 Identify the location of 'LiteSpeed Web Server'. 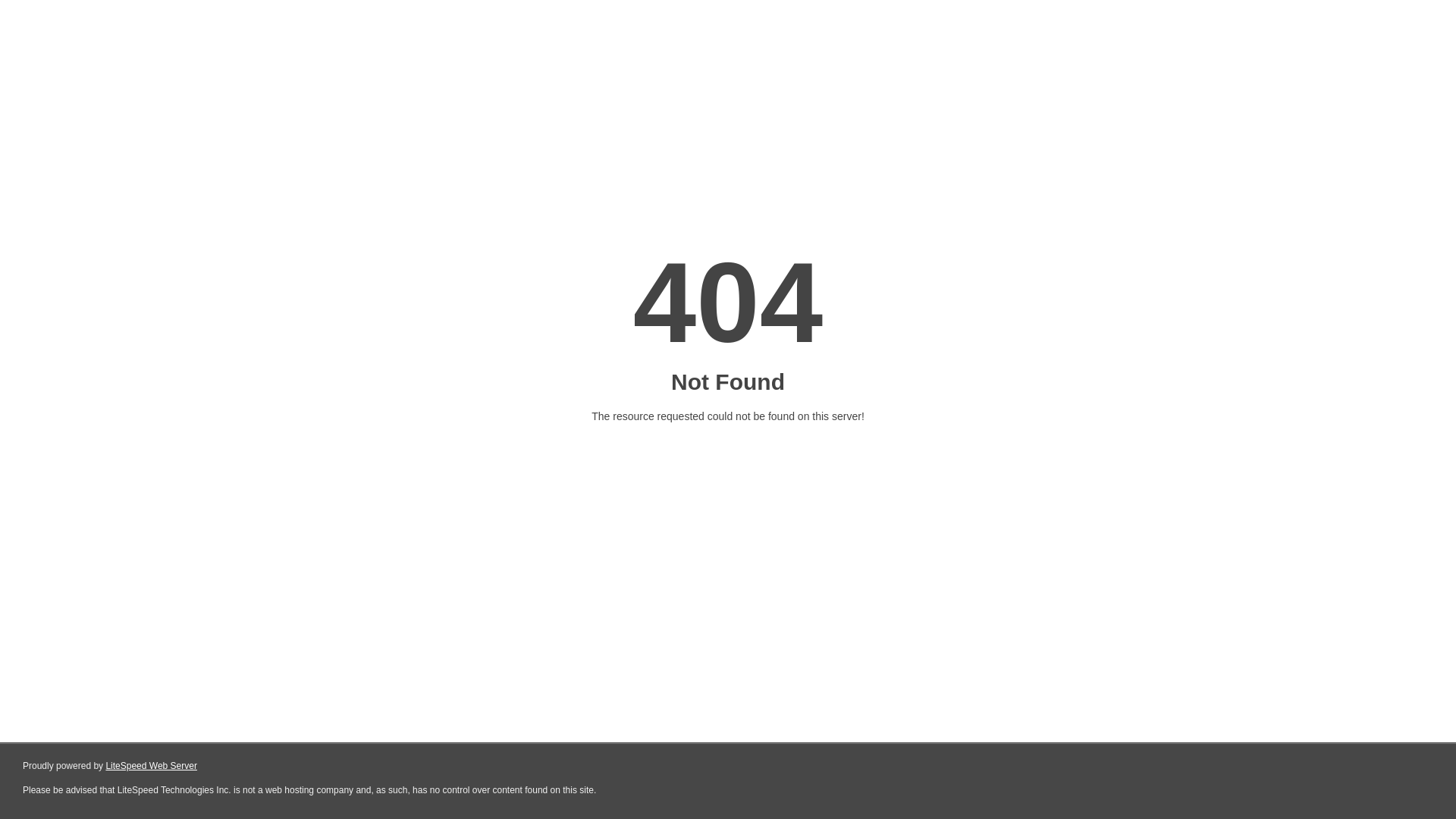
(151, 766).